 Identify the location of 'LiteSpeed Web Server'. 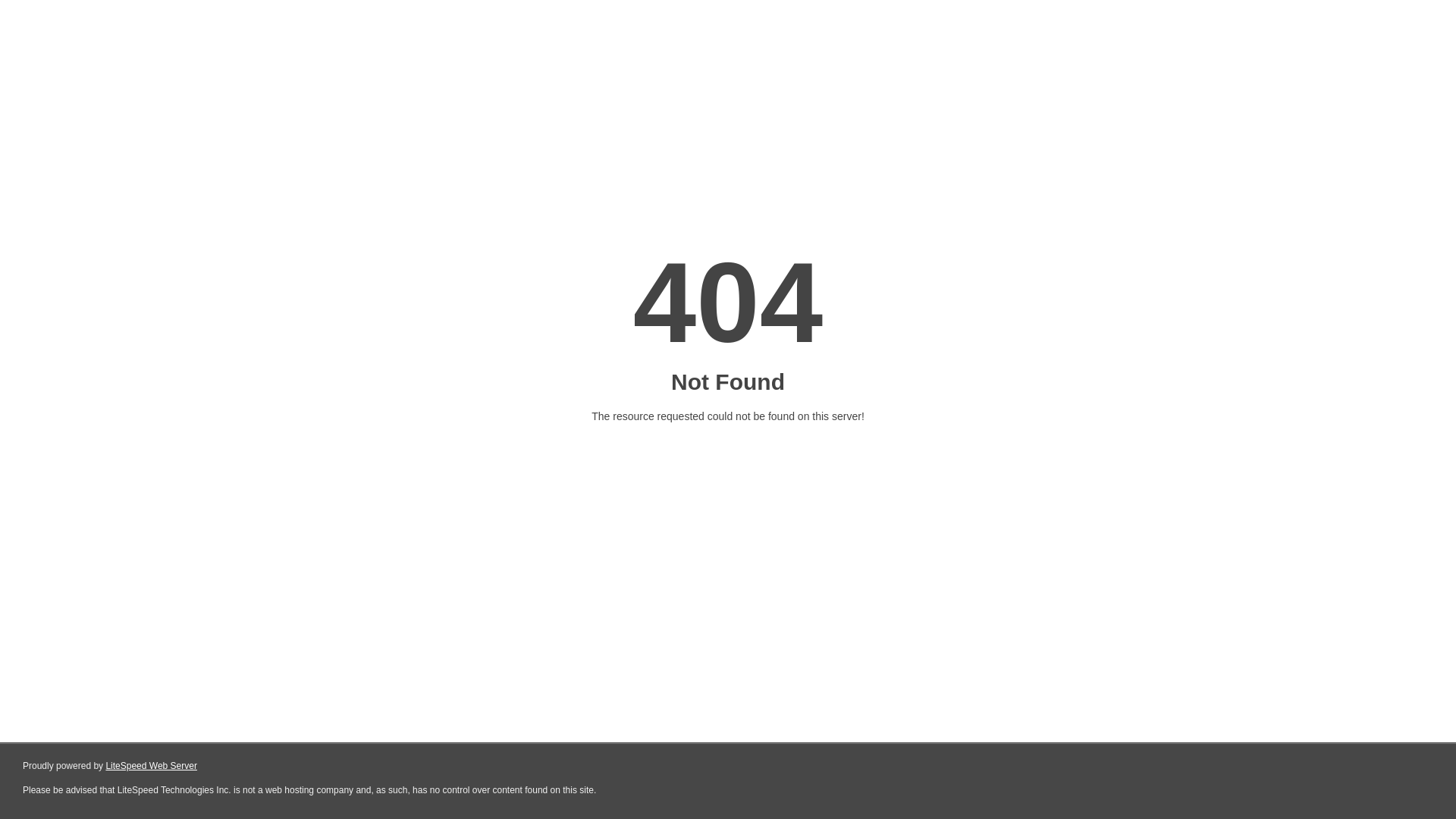
(151, 766).